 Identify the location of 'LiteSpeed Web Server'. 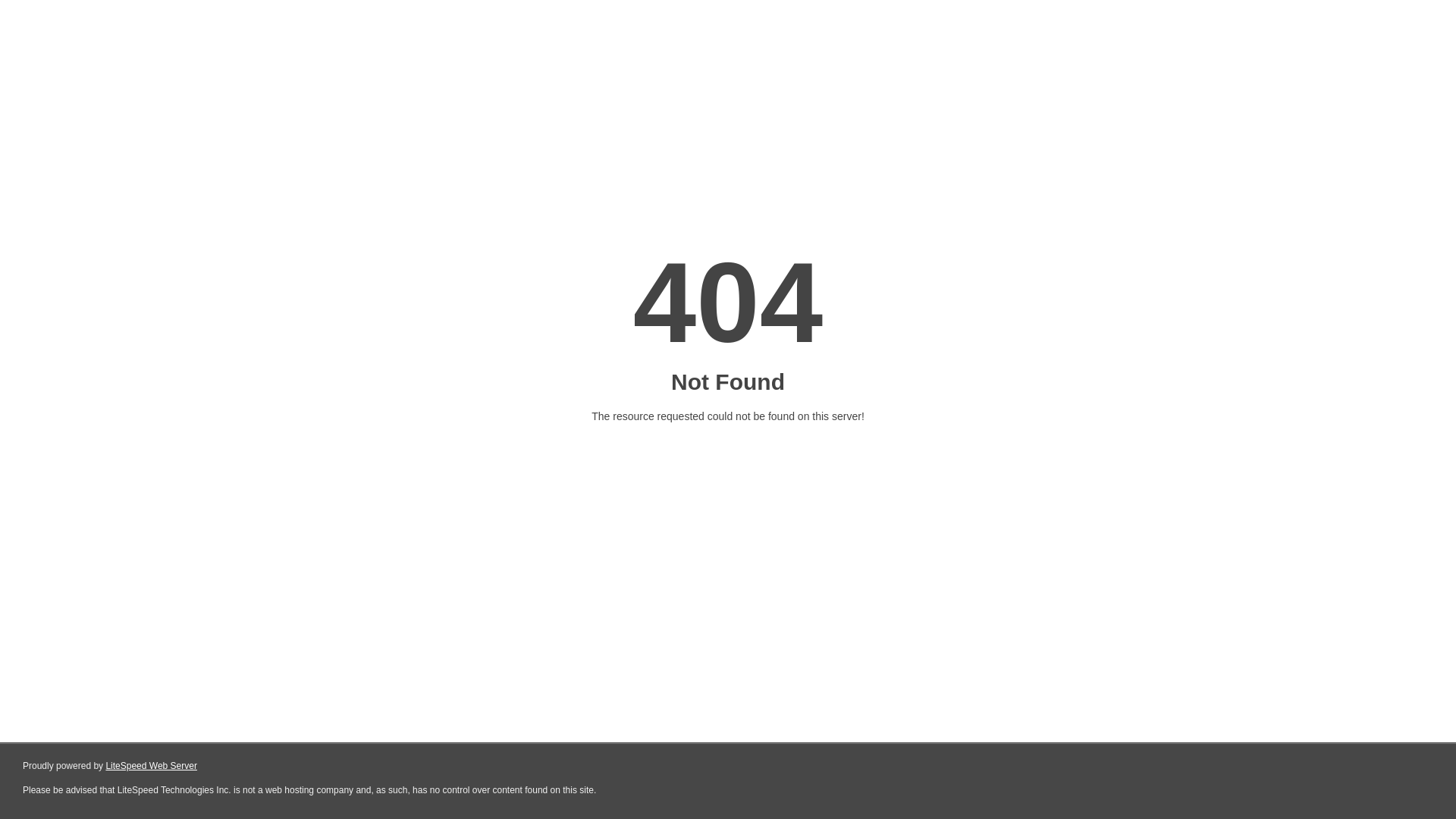
(151, 766).